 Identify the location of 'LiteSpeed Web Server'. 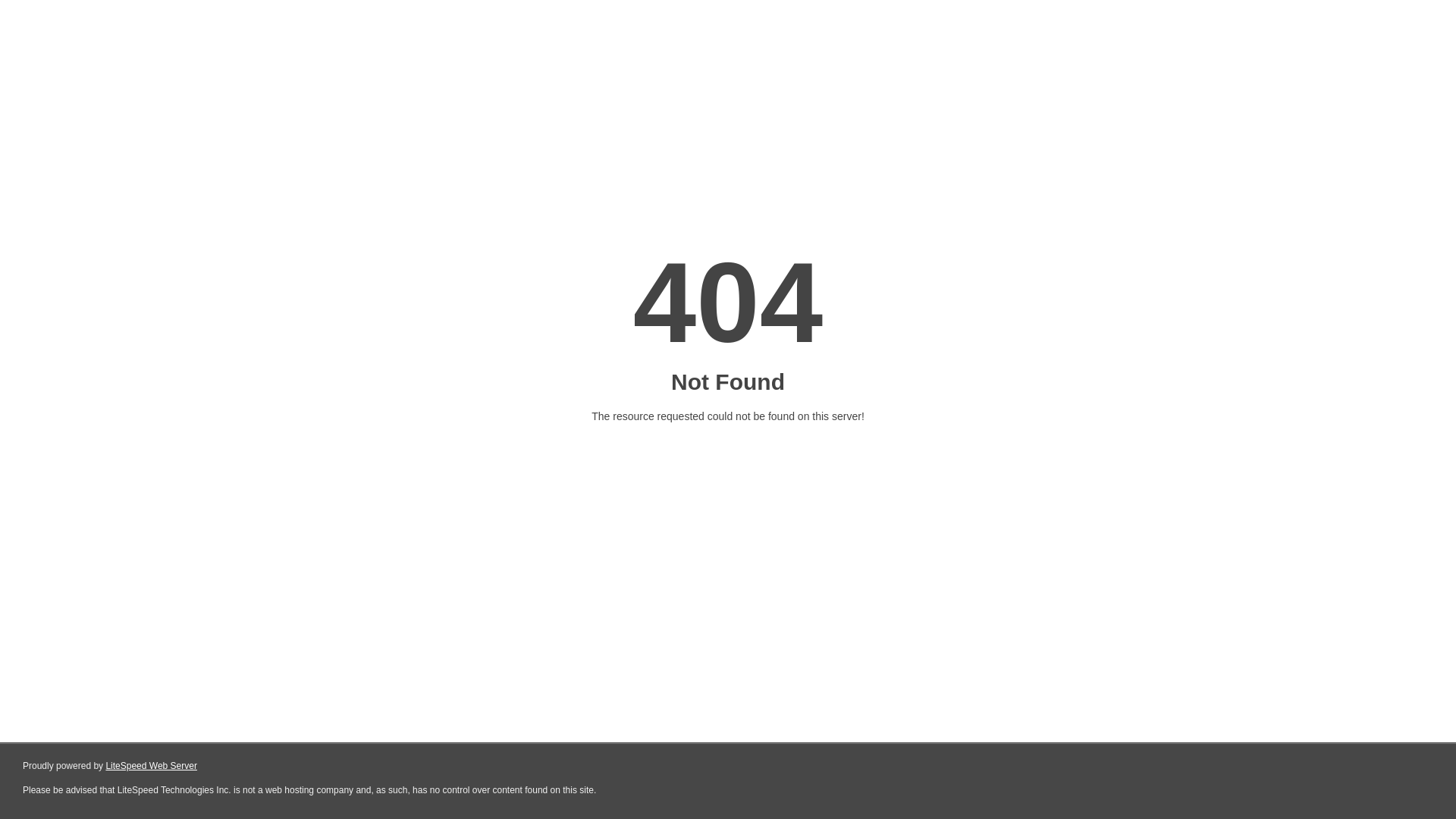
(151, 766).